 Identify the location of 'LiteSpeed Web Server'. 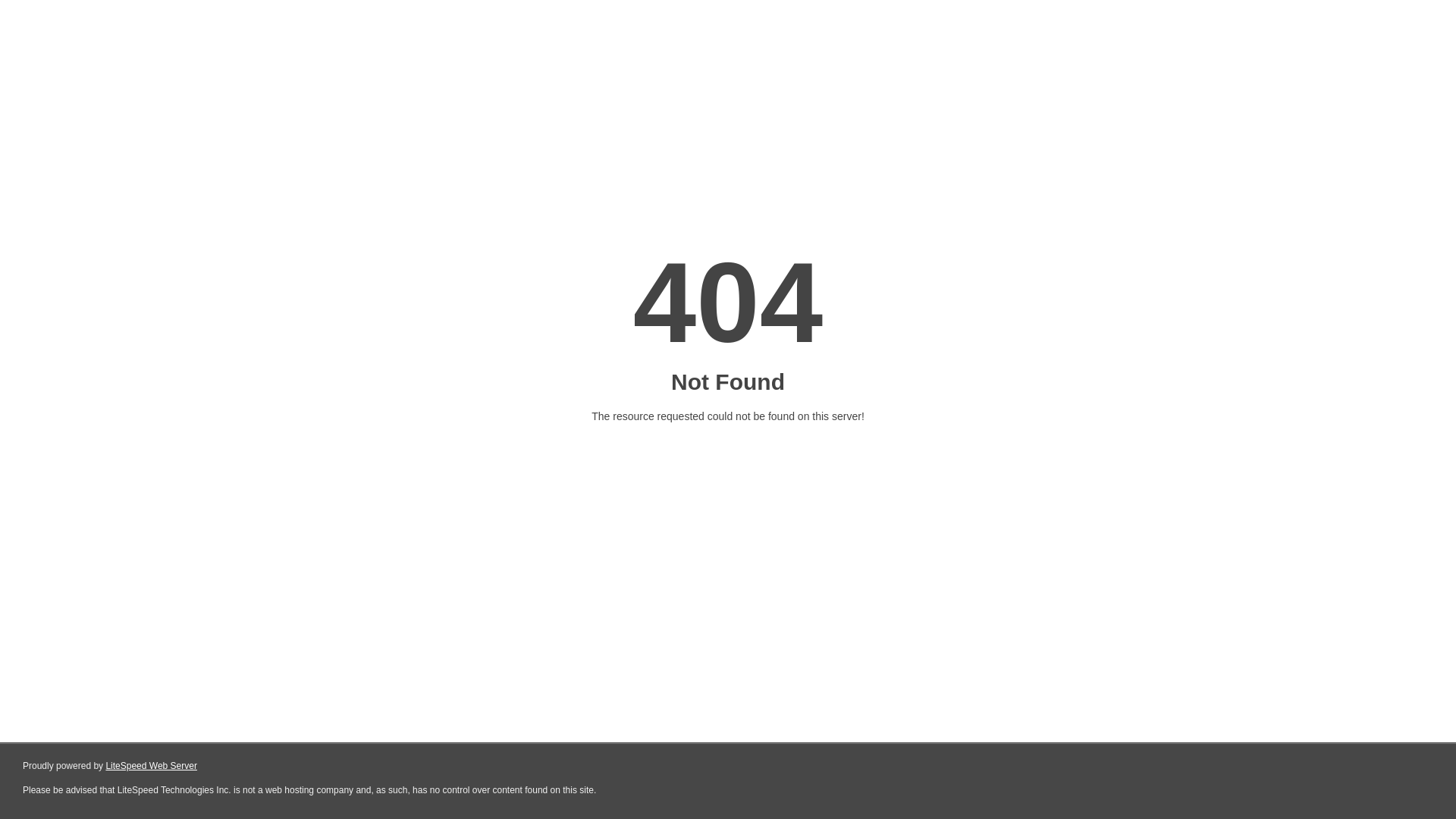
(151, 766).